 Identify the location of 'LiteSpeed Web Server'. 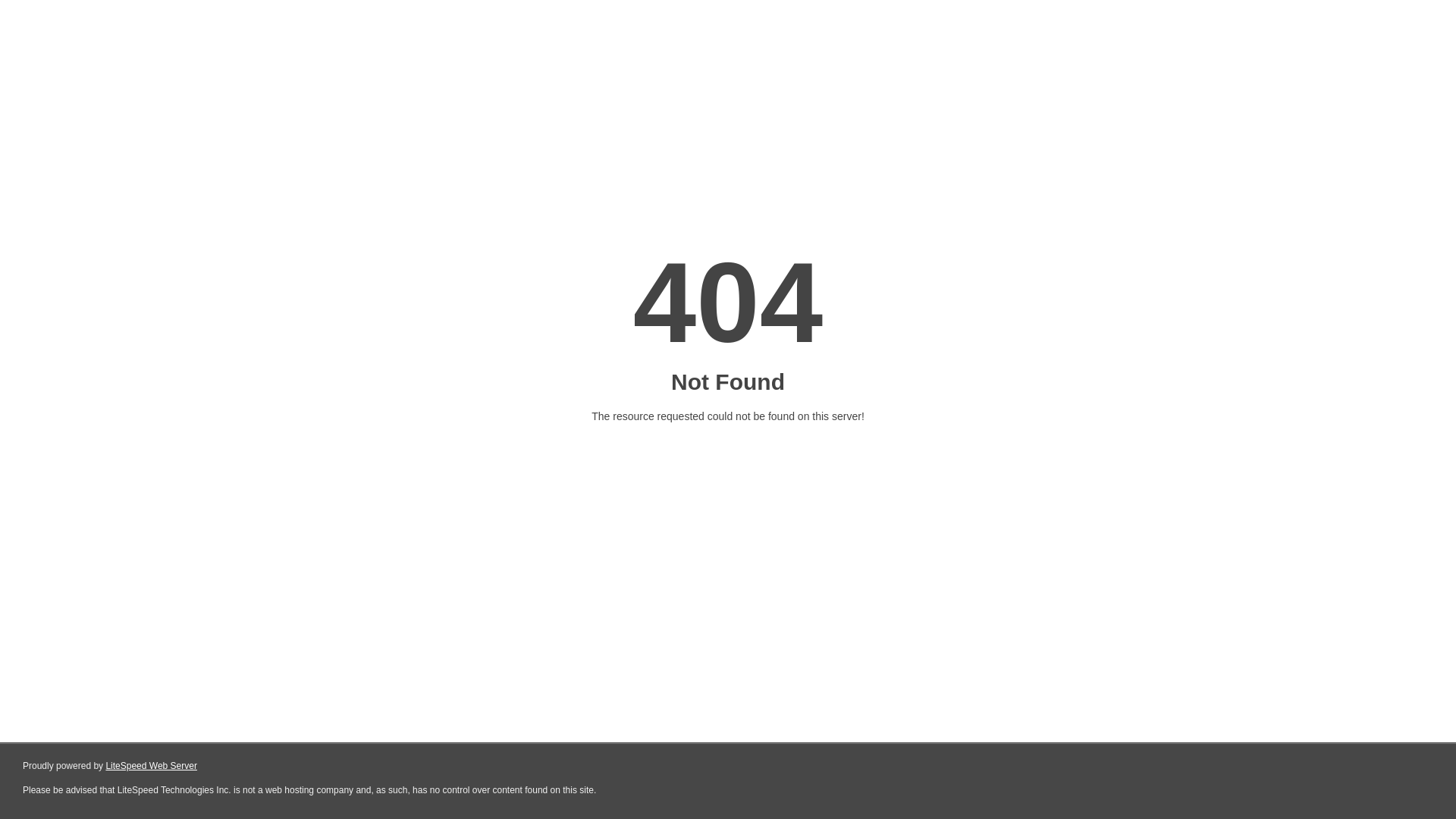
(151, 766).